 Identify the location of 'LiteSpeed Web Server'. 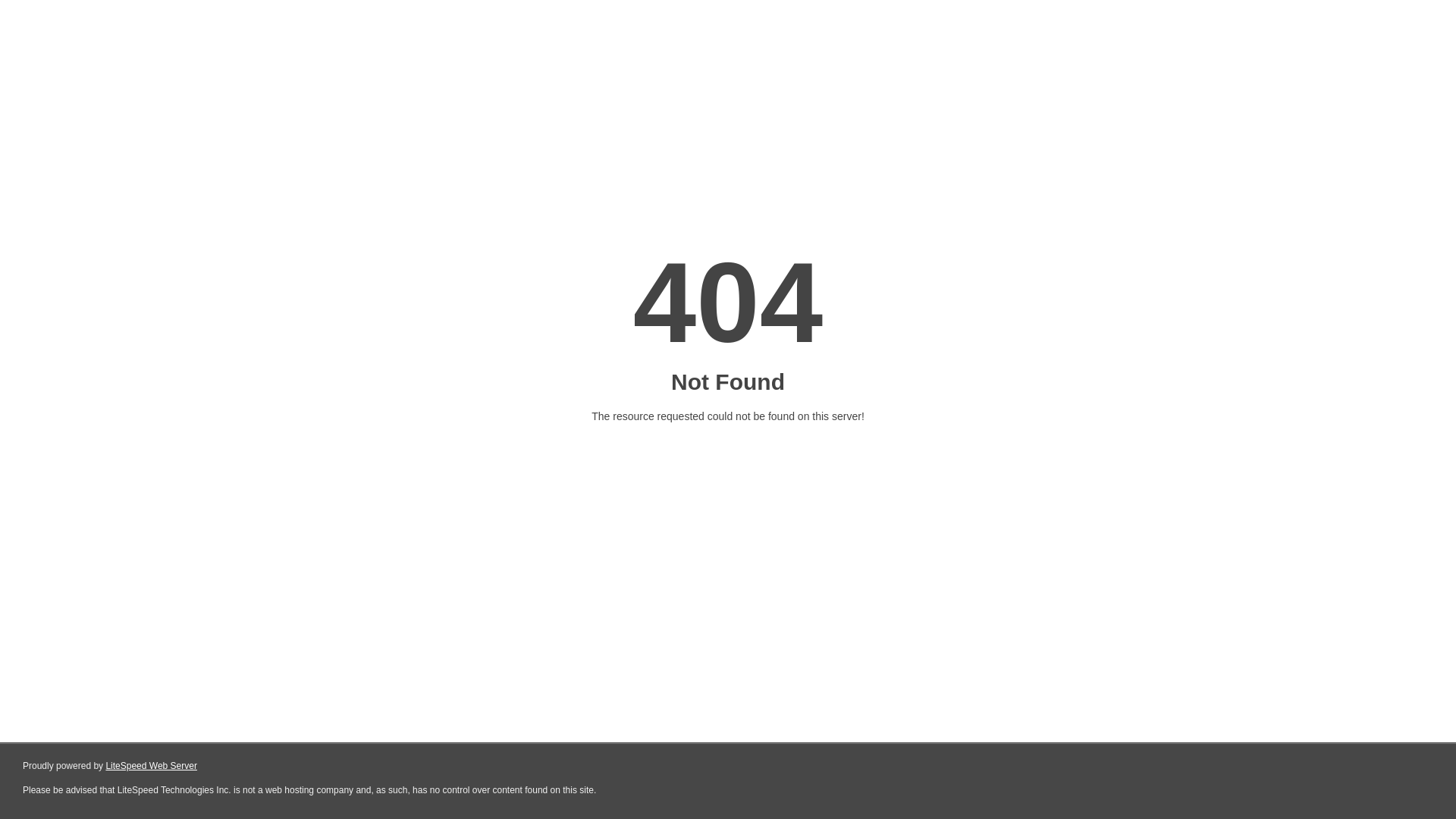
(151, 766).